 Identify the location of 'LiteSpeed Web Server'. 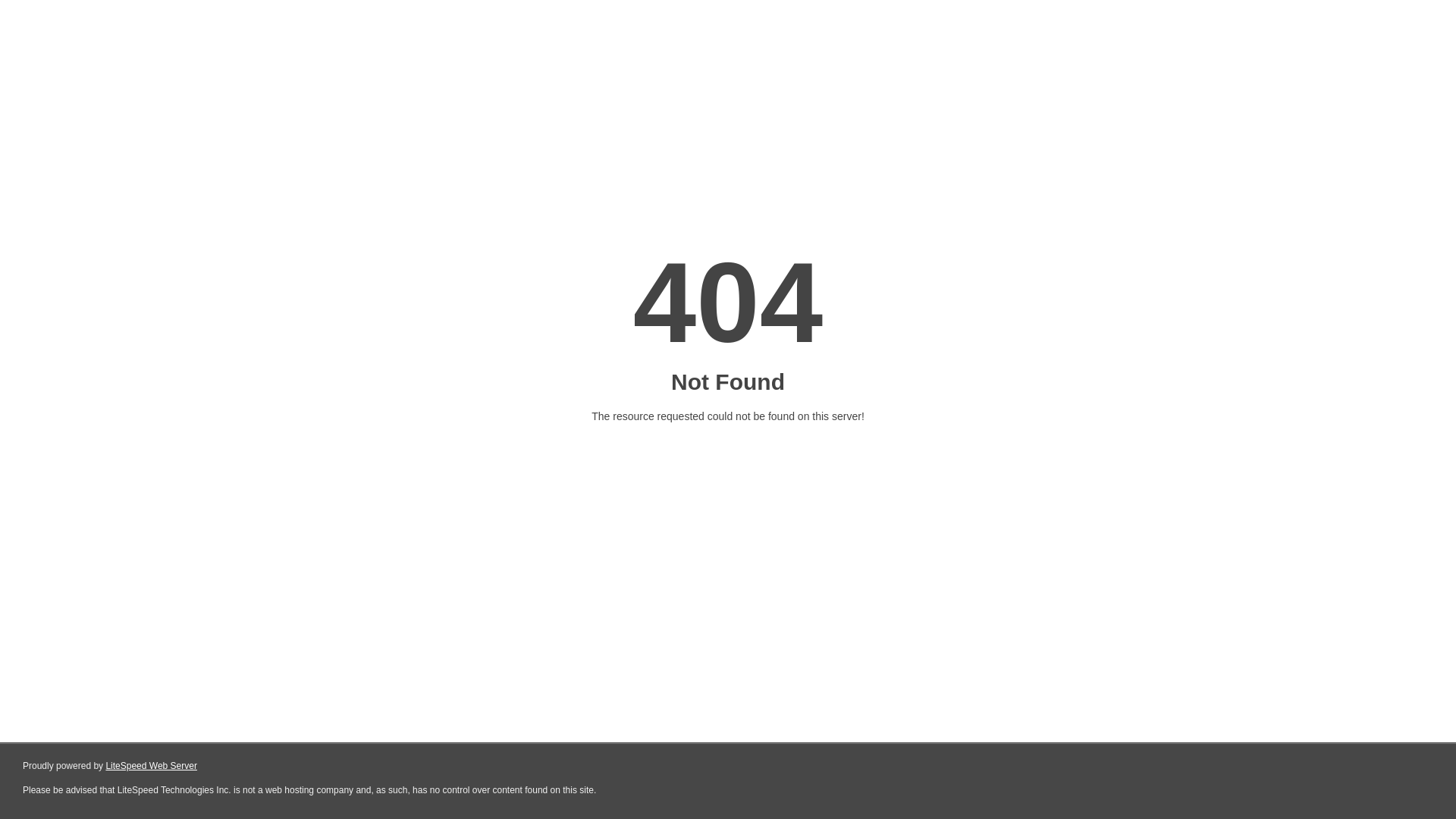
(151, 766).